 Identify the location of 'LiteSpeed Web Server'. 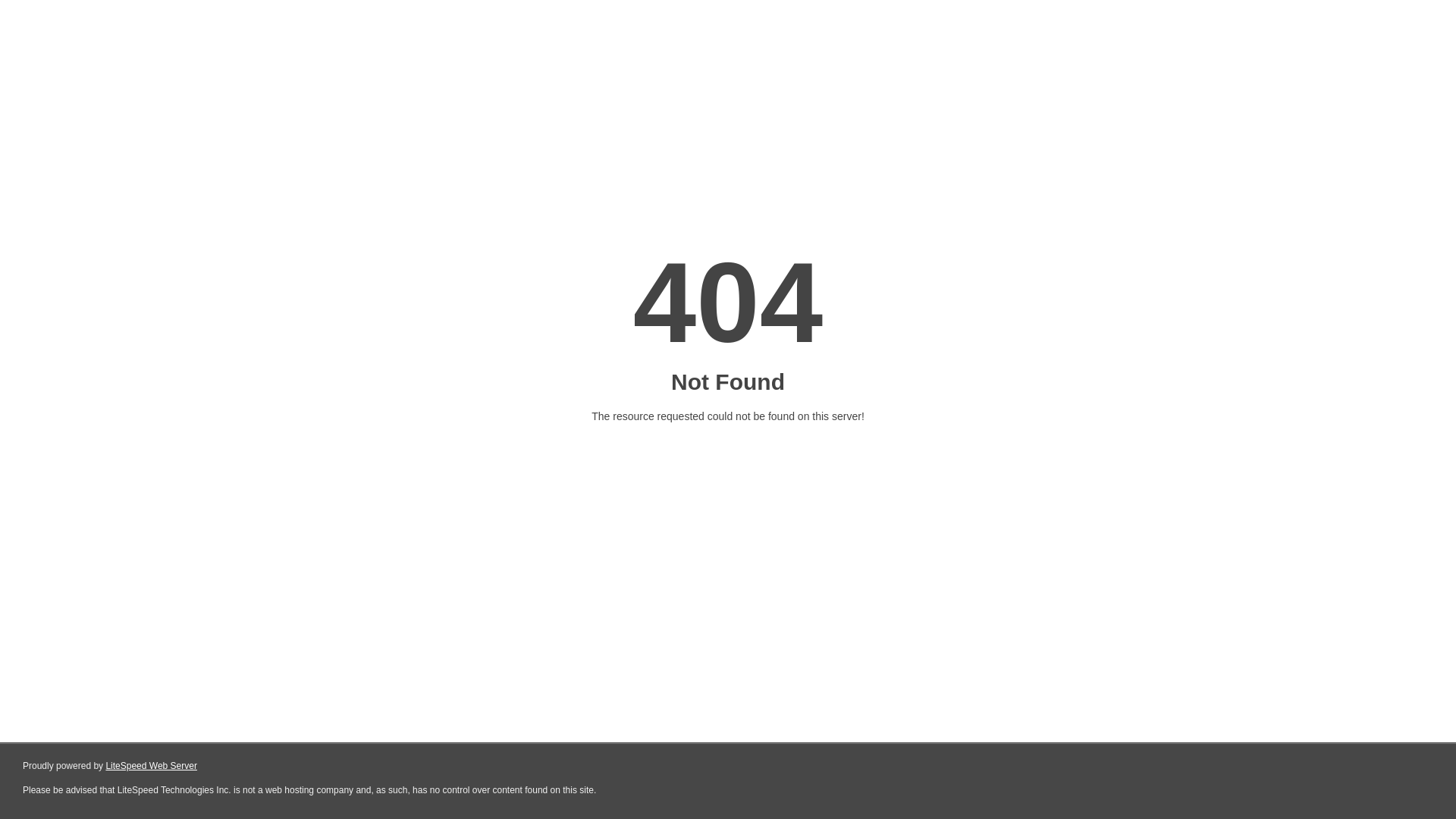
(151, 766).